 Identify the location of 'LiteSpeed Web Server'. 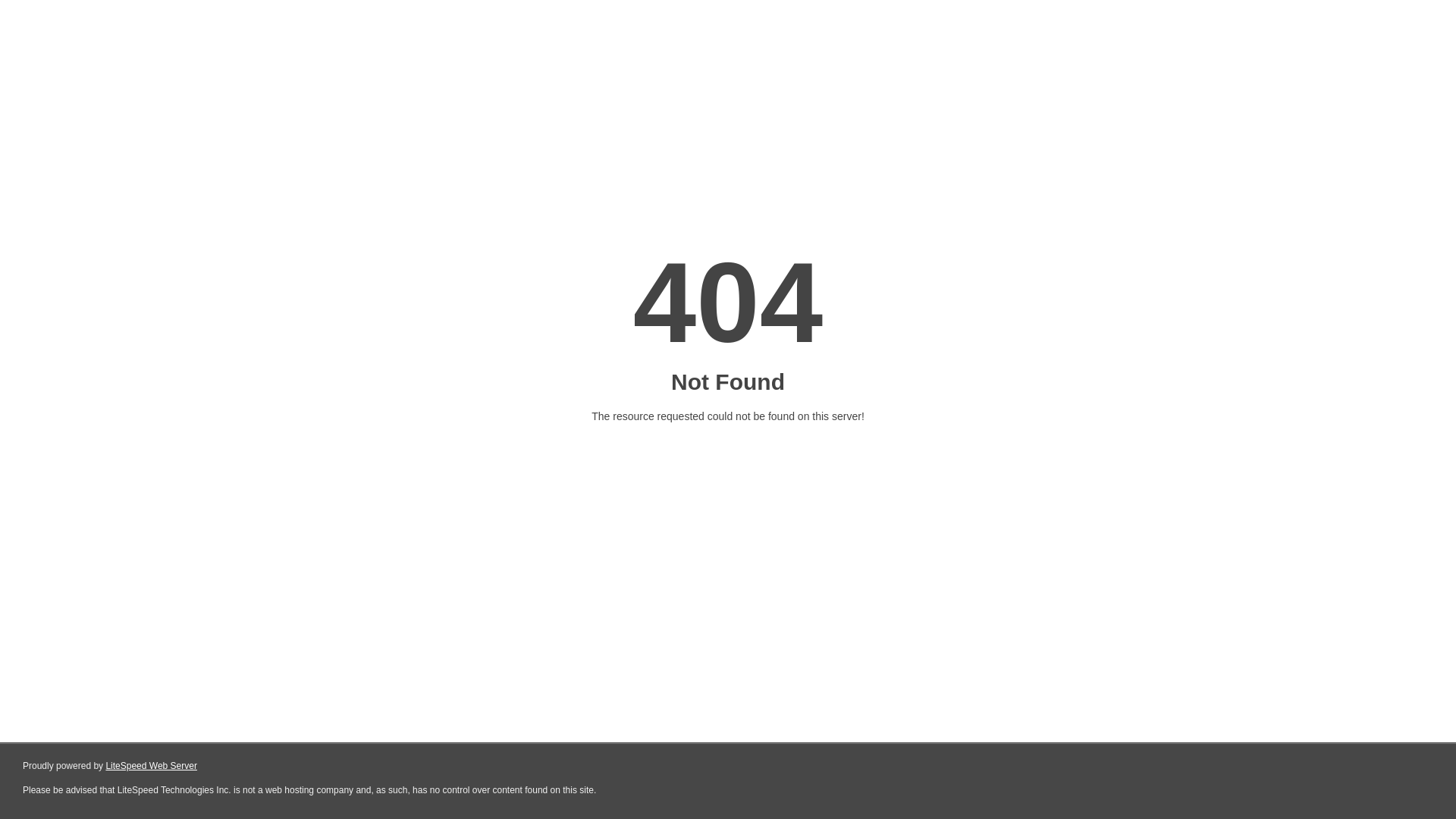
(151, 766).